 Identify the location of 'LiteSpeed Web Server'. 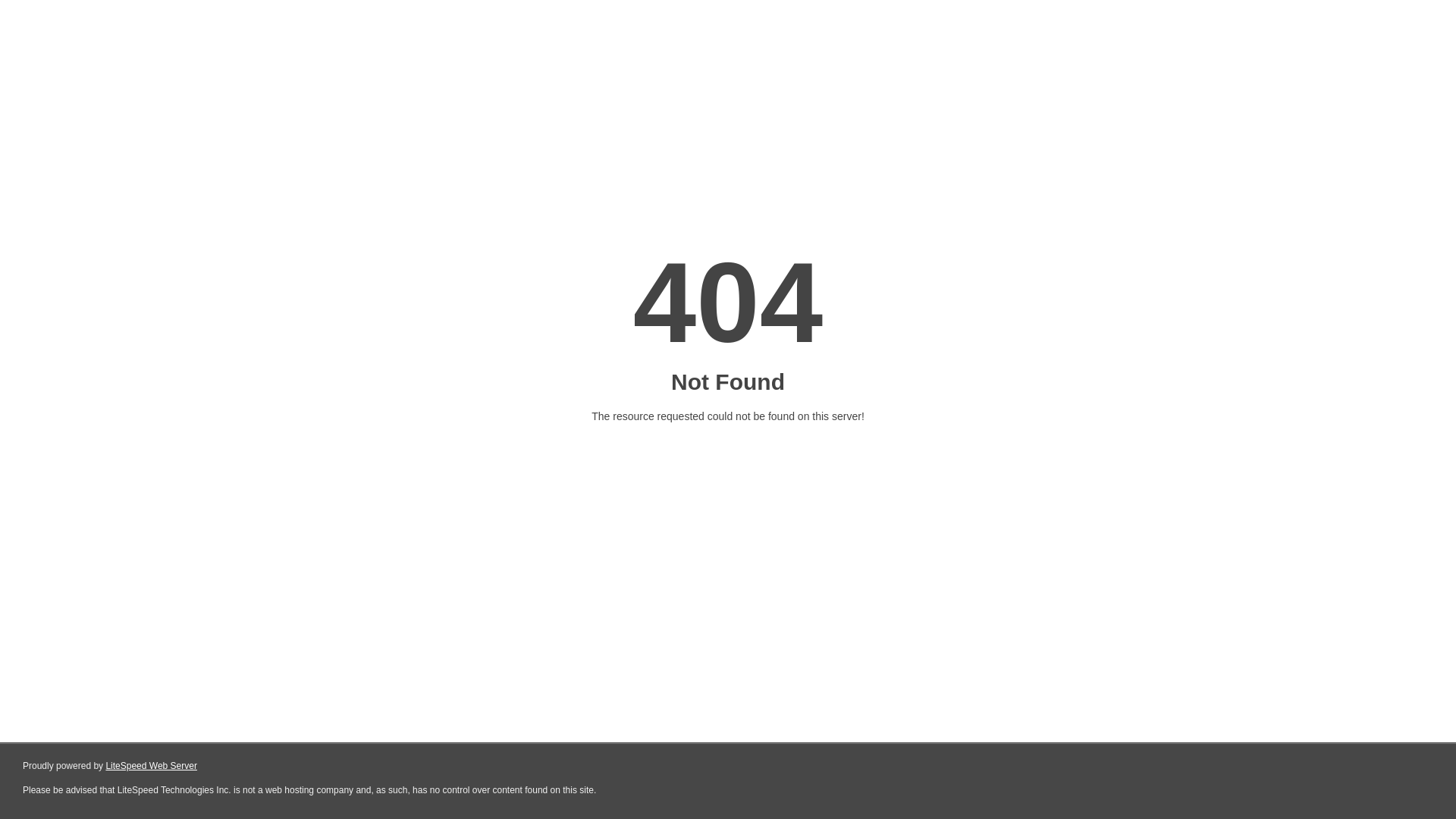
(151, 766).